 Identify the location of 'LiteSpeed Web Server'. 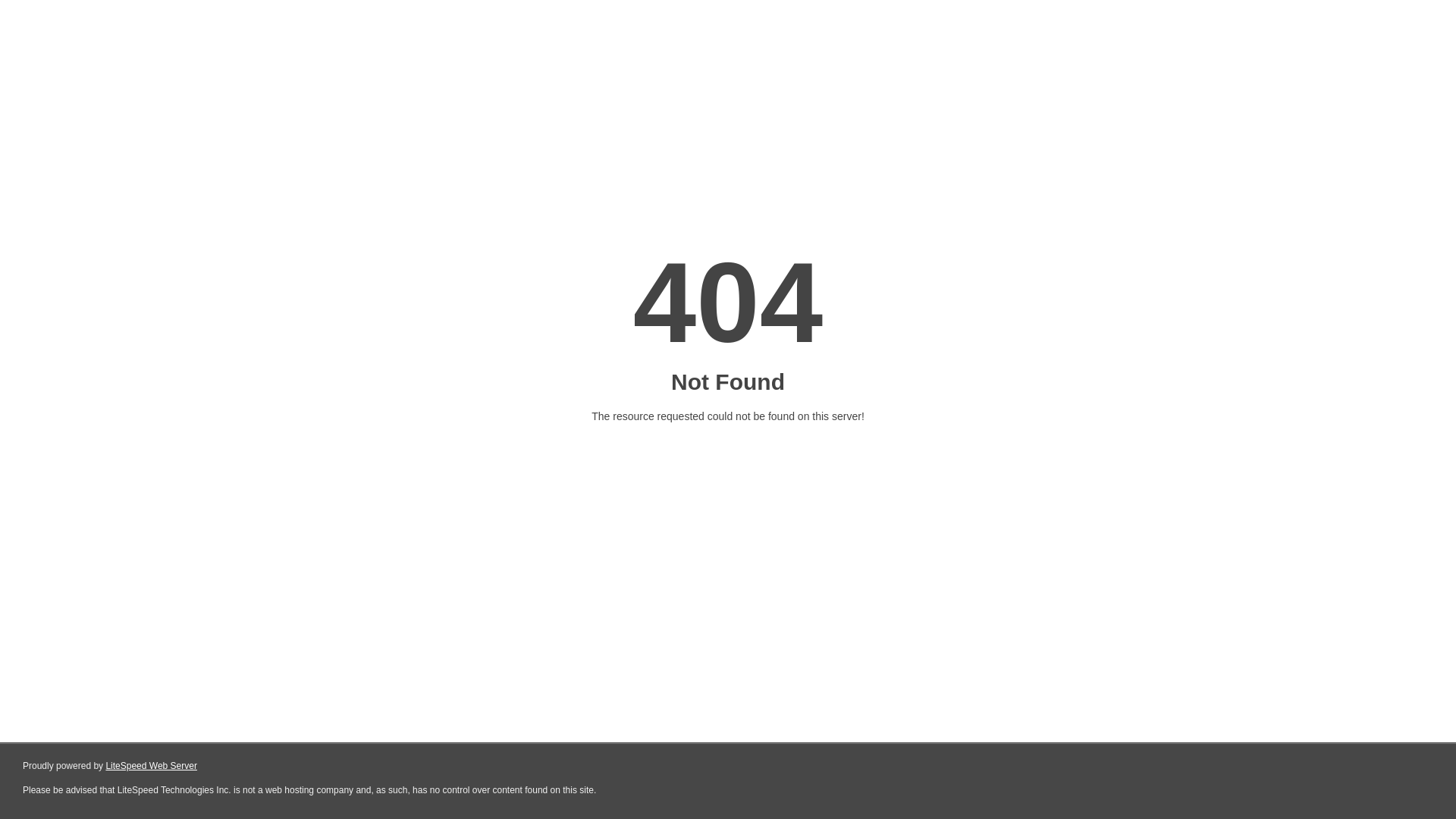
(151, 766).